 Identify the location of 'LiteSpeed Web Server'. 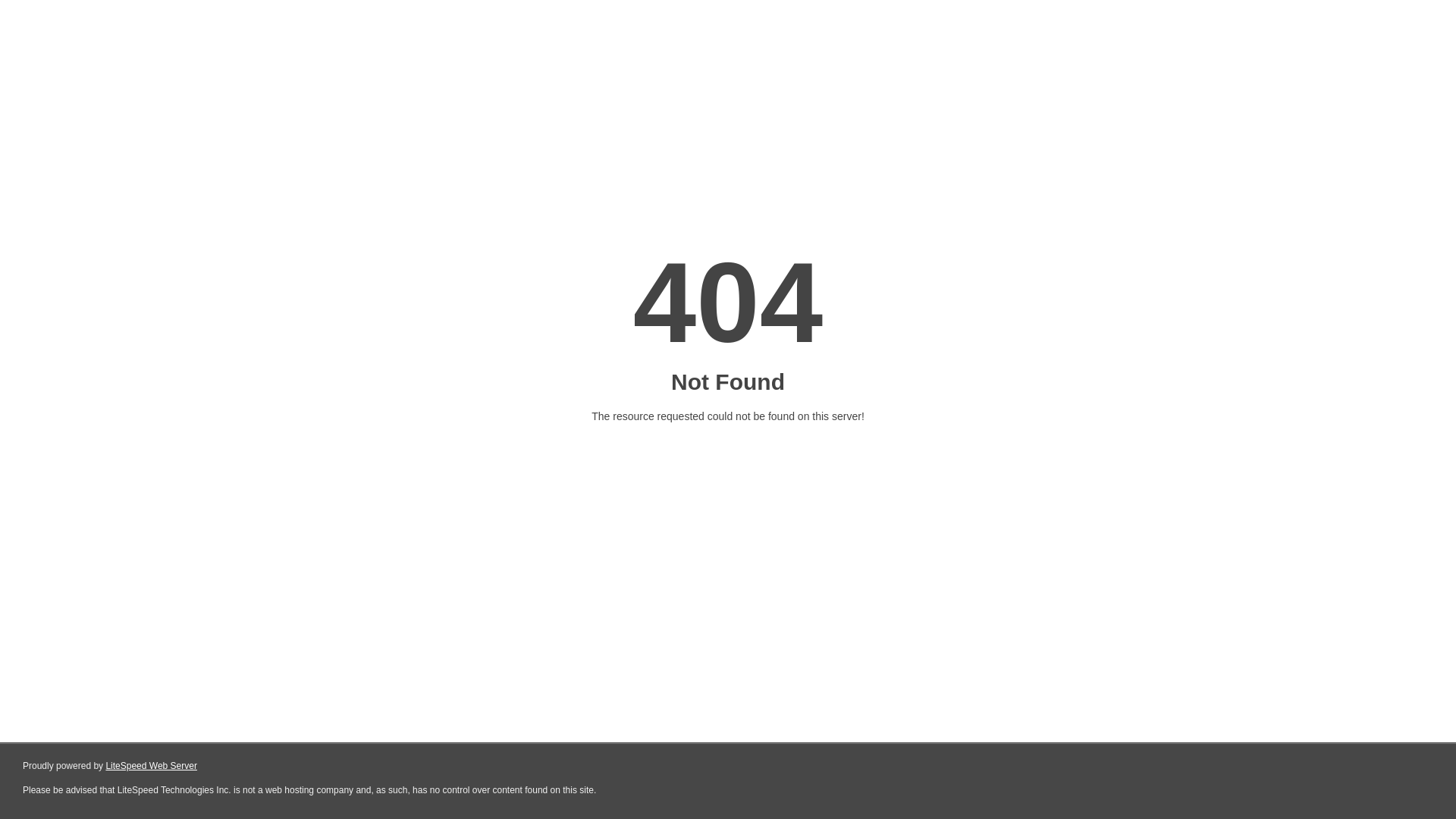
(151, 766).